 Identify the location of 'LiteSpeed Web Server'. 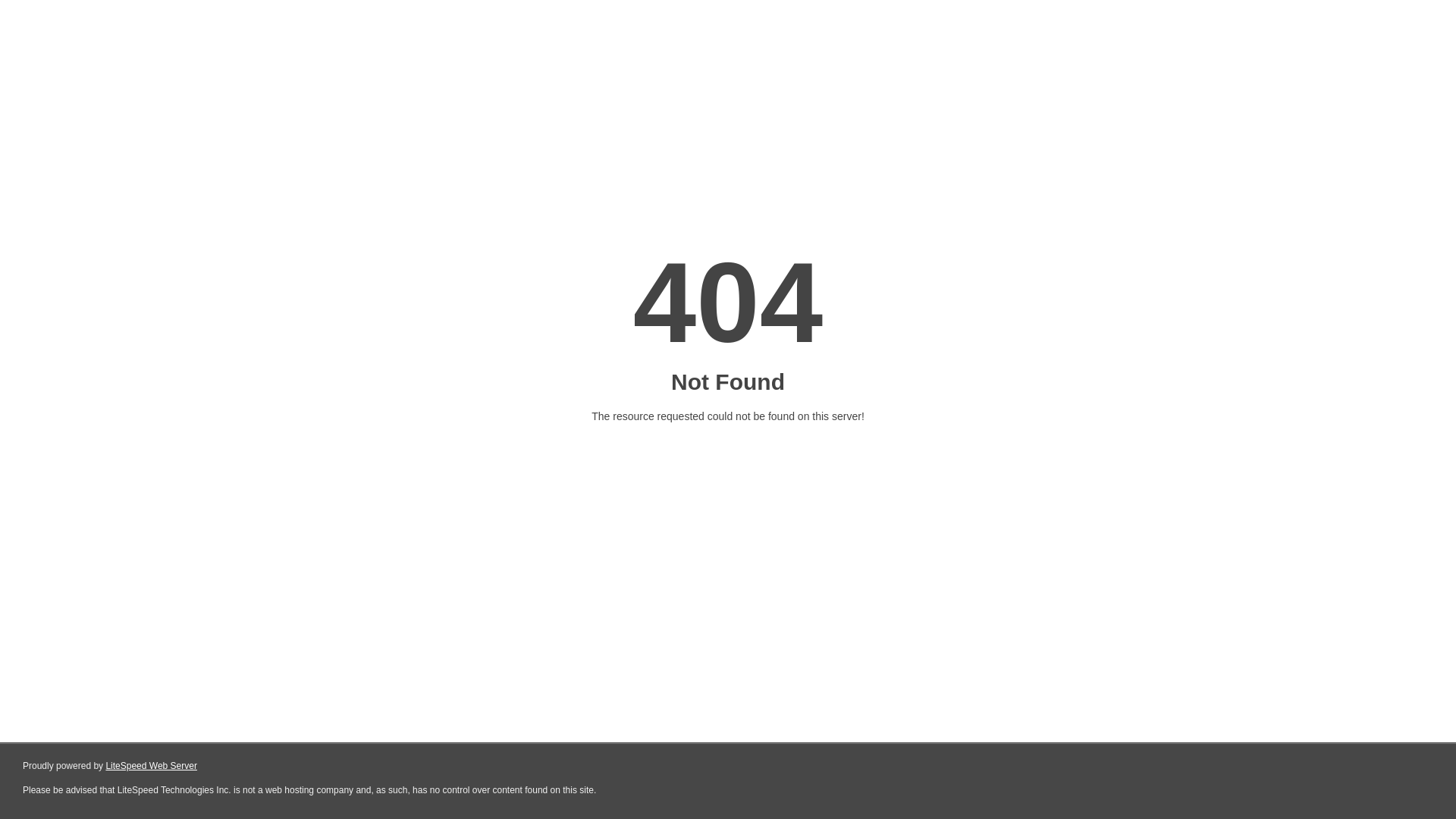
(151, 766).